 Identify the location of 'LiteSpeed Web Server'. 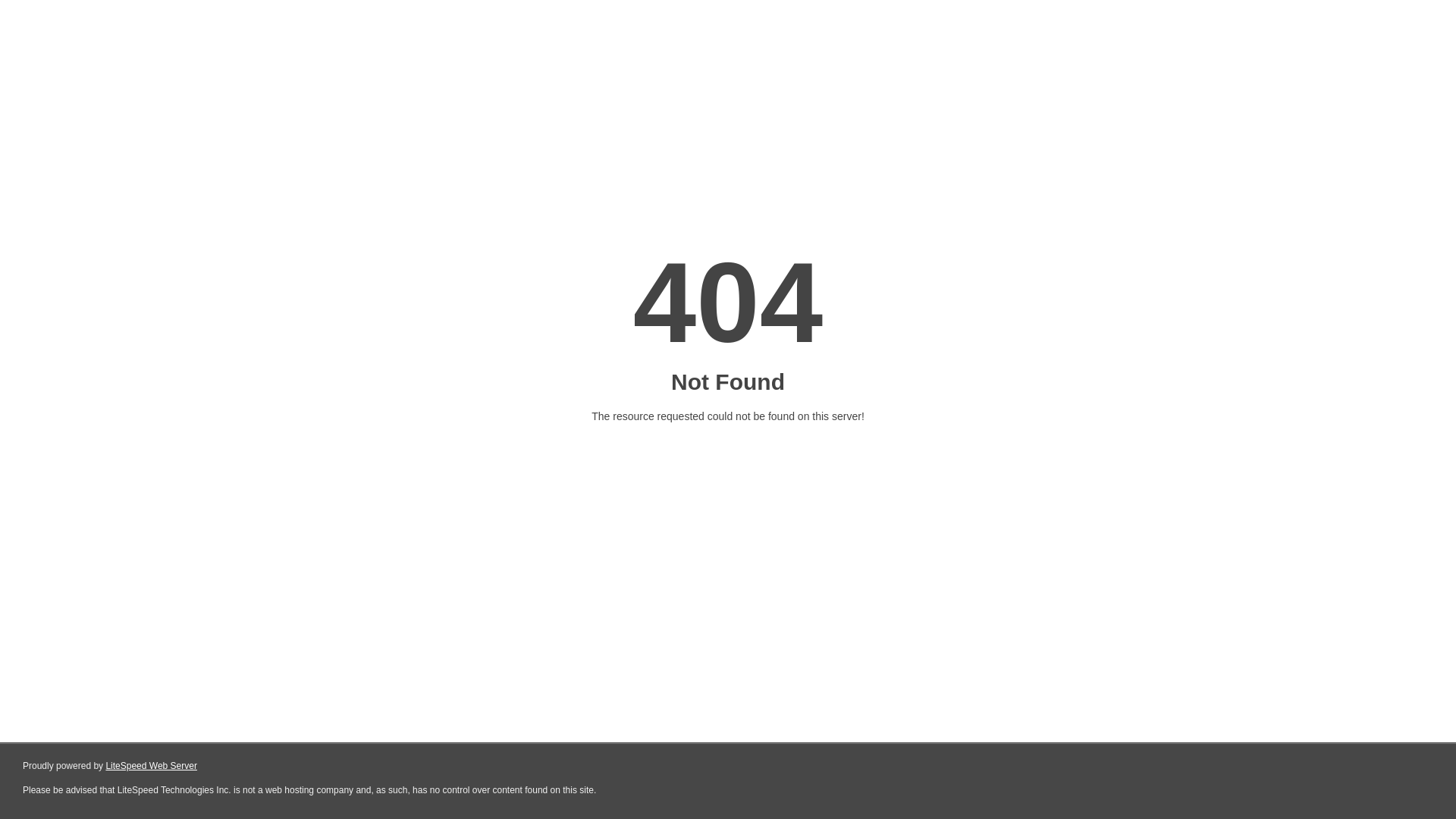
(151, 766).